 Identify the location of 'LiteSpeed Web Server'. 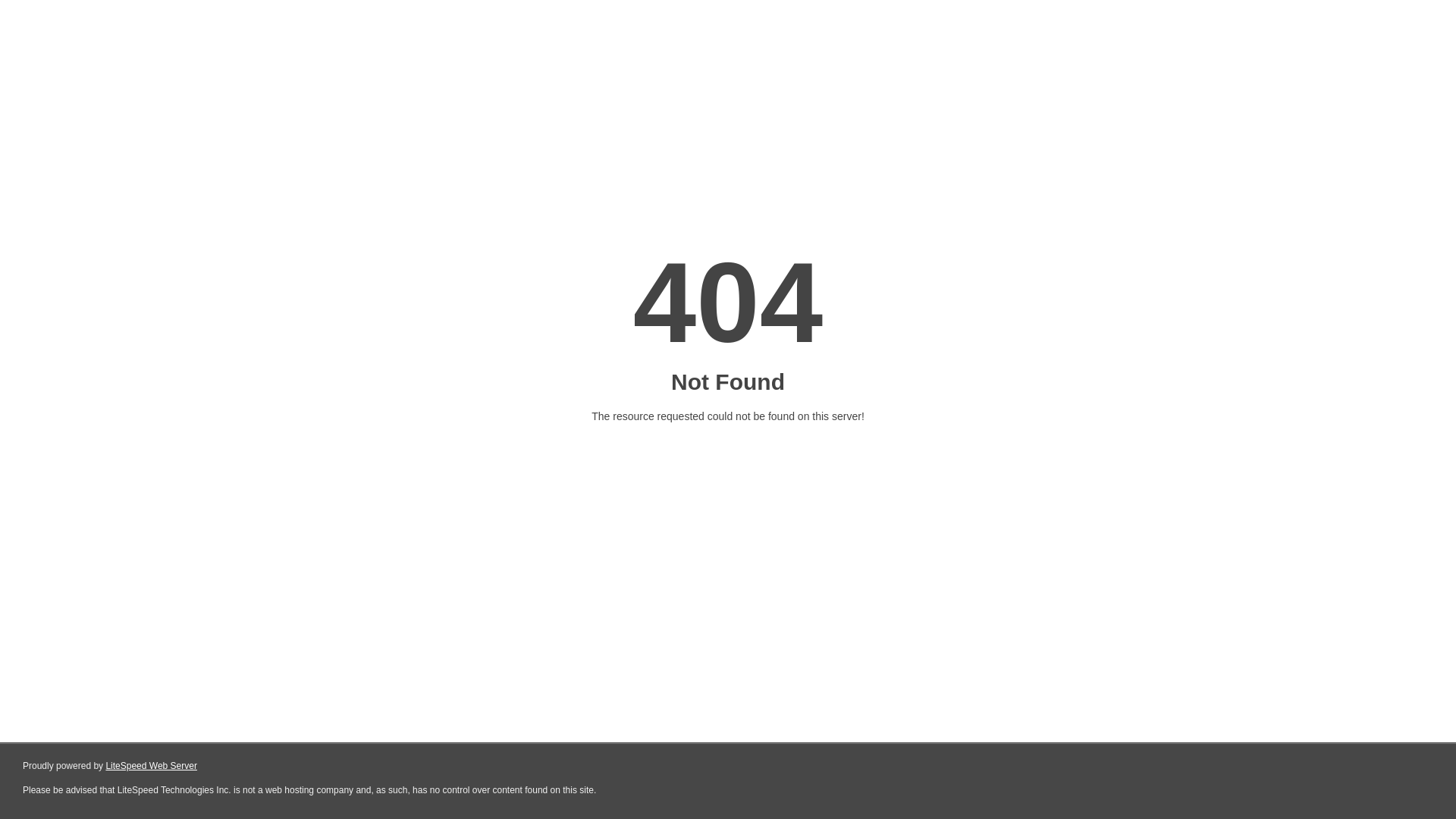
(151, 766).